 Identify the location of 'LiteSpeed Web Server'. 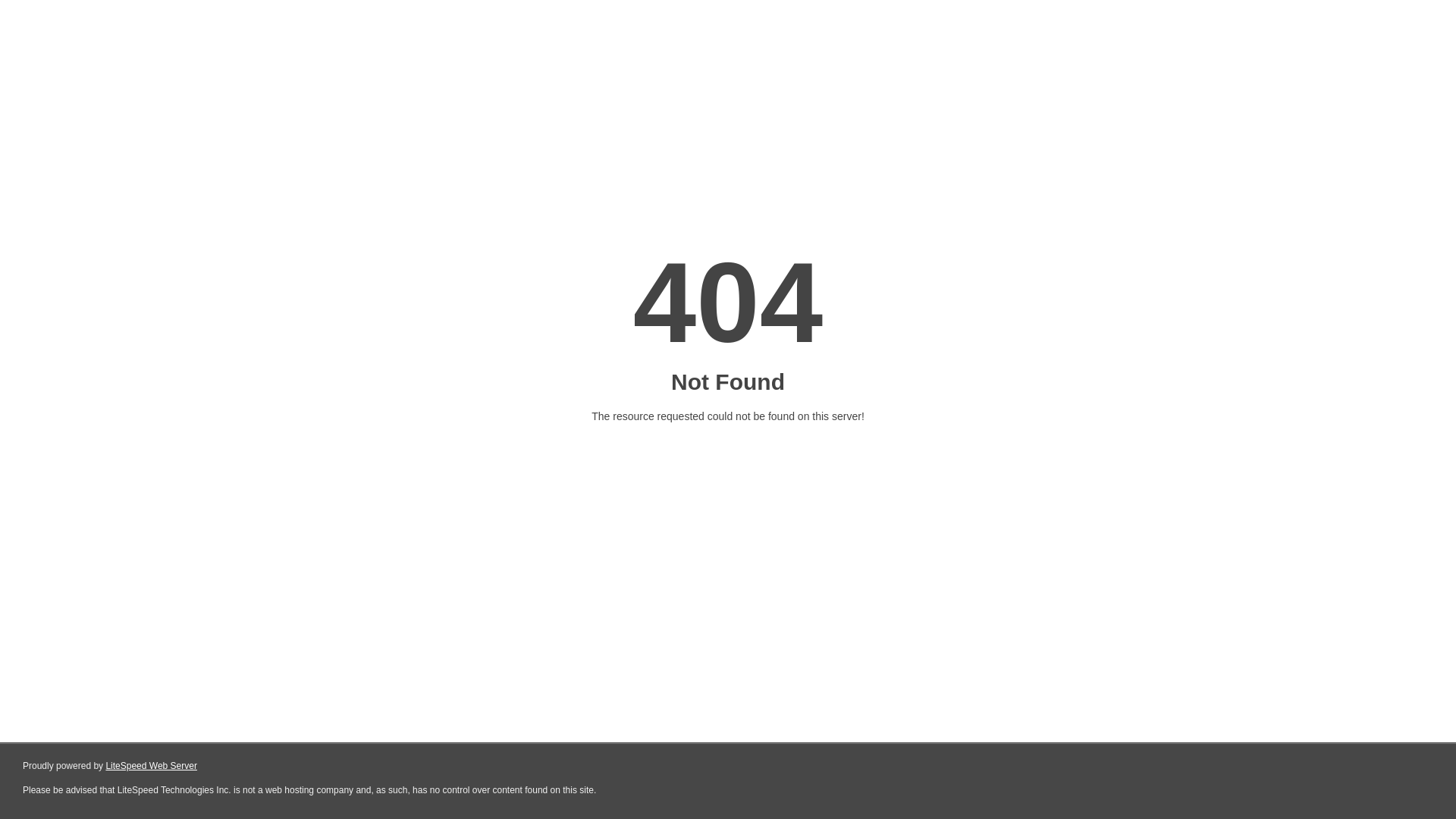
(151, 766).